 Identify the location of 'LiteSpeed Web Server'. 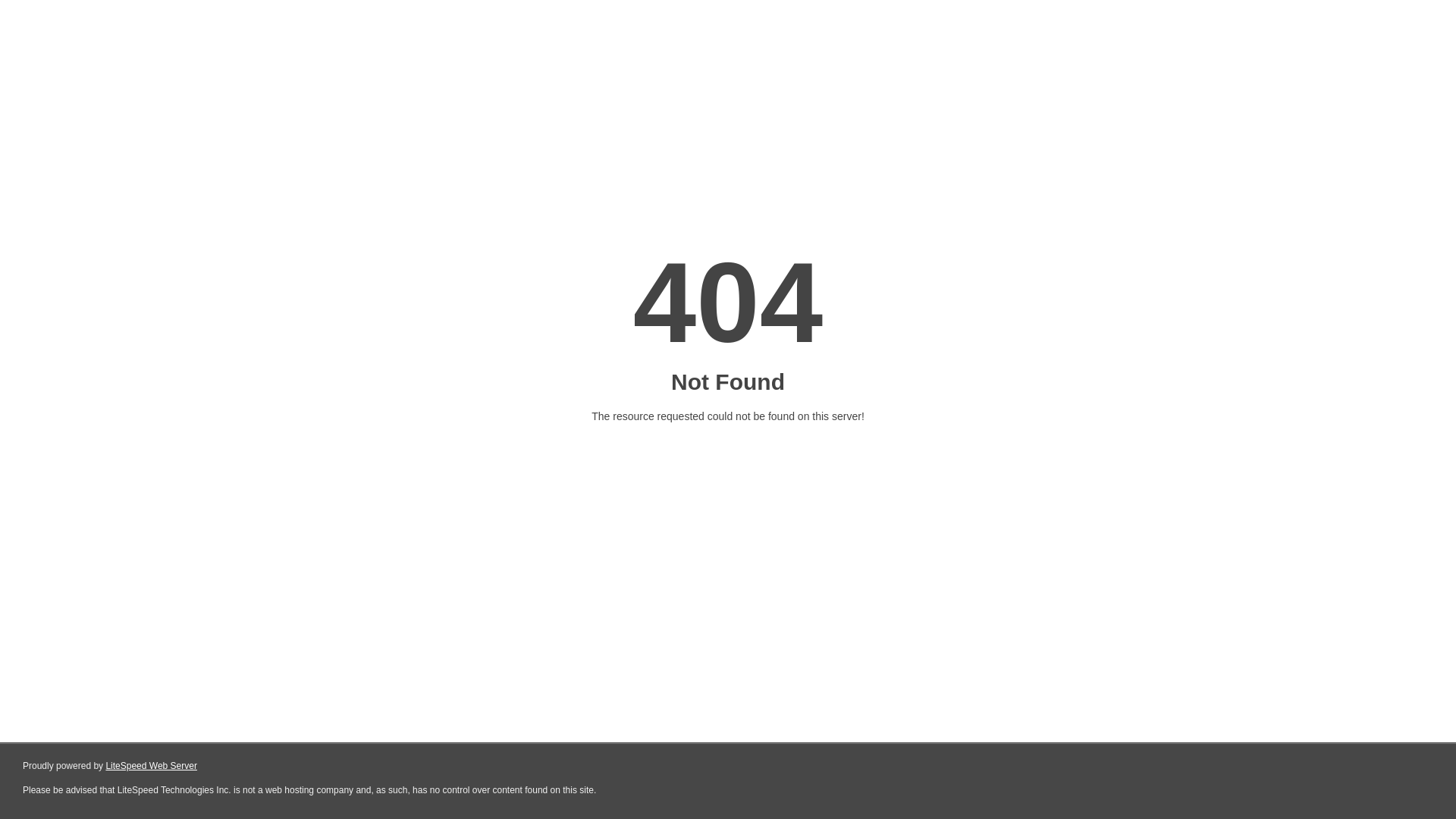
(151, 766).